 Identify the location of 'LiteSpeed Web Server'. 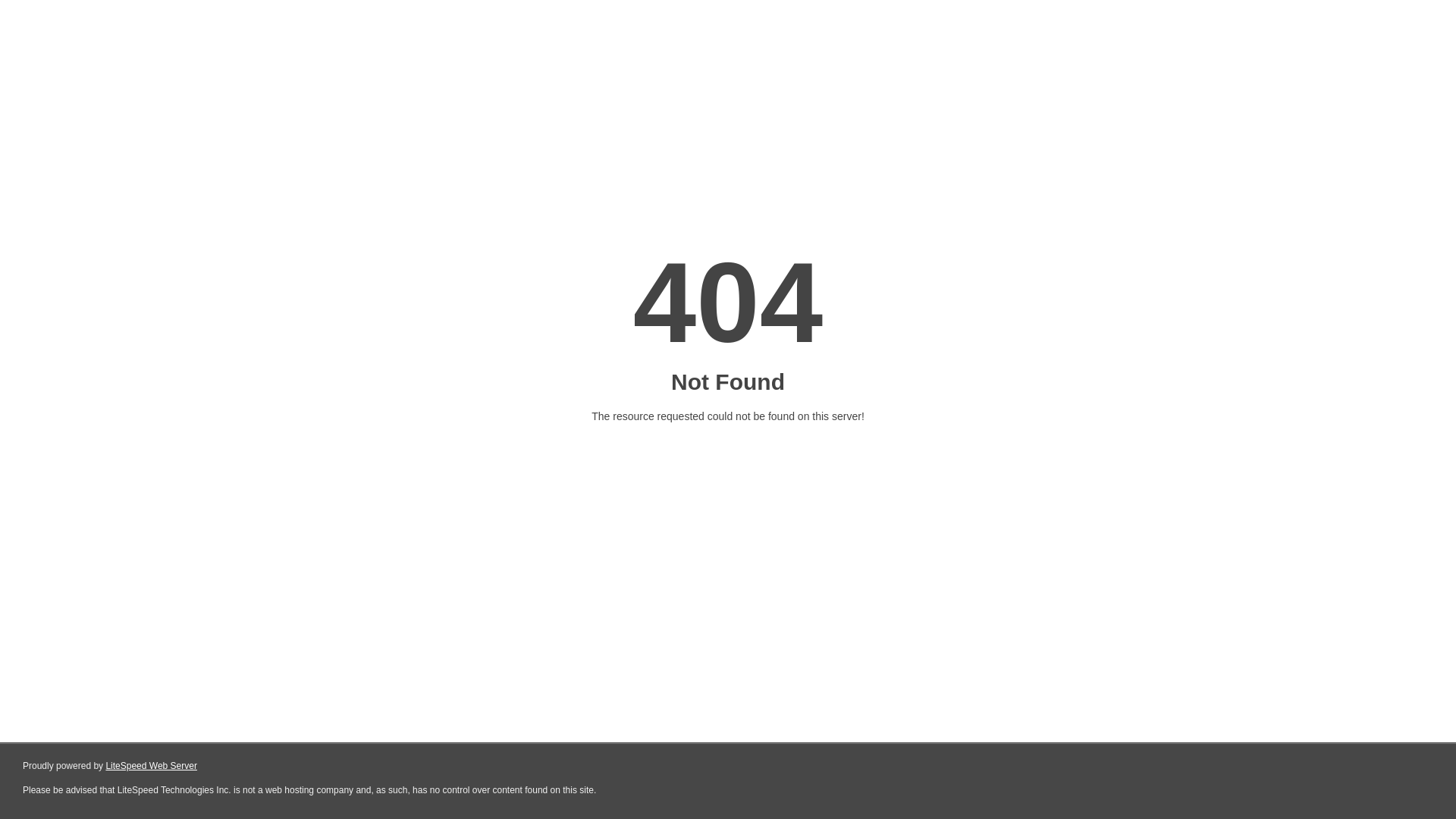
(151, 766).